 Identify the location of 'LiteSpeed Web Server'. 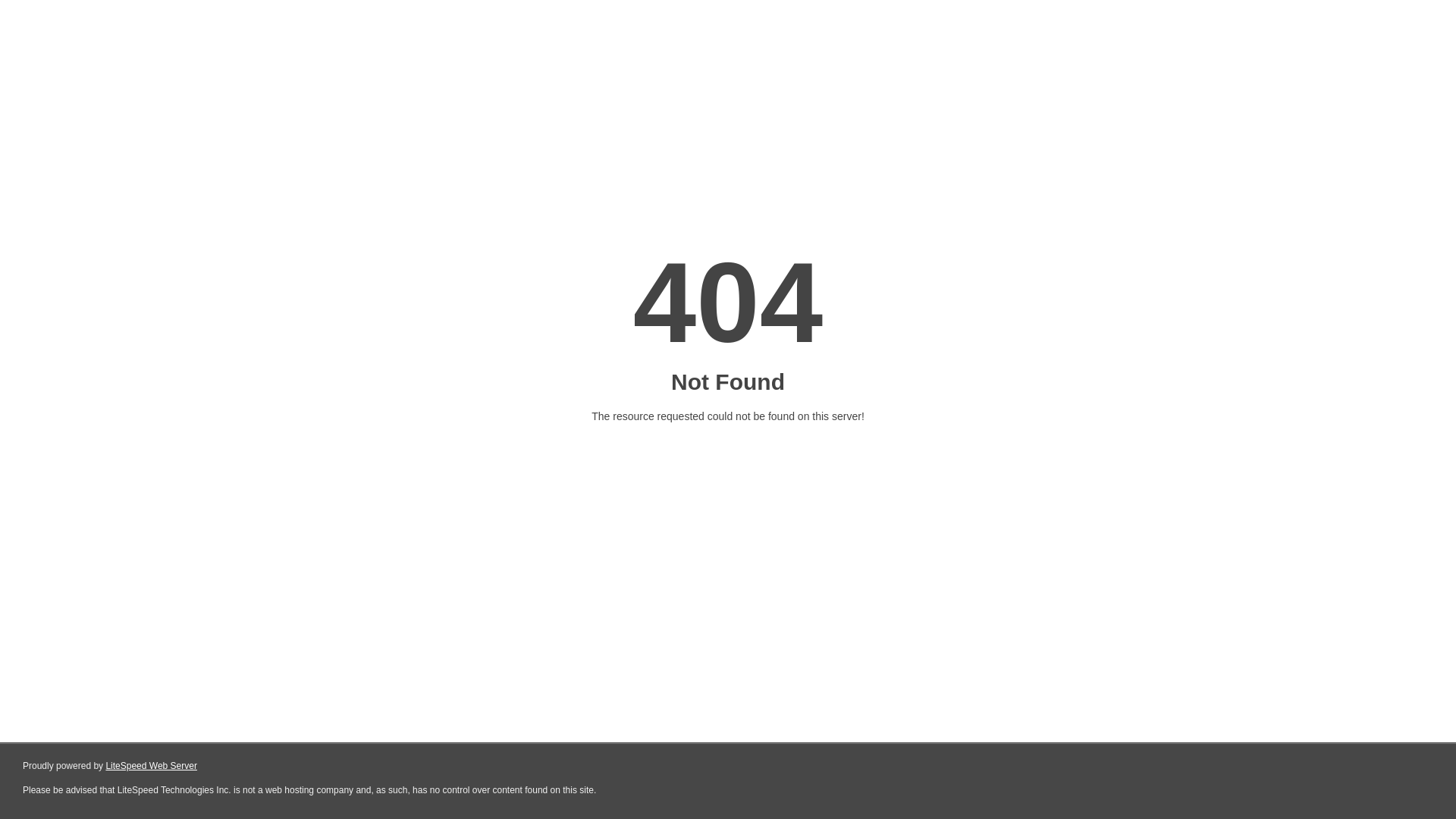
(151, 766).